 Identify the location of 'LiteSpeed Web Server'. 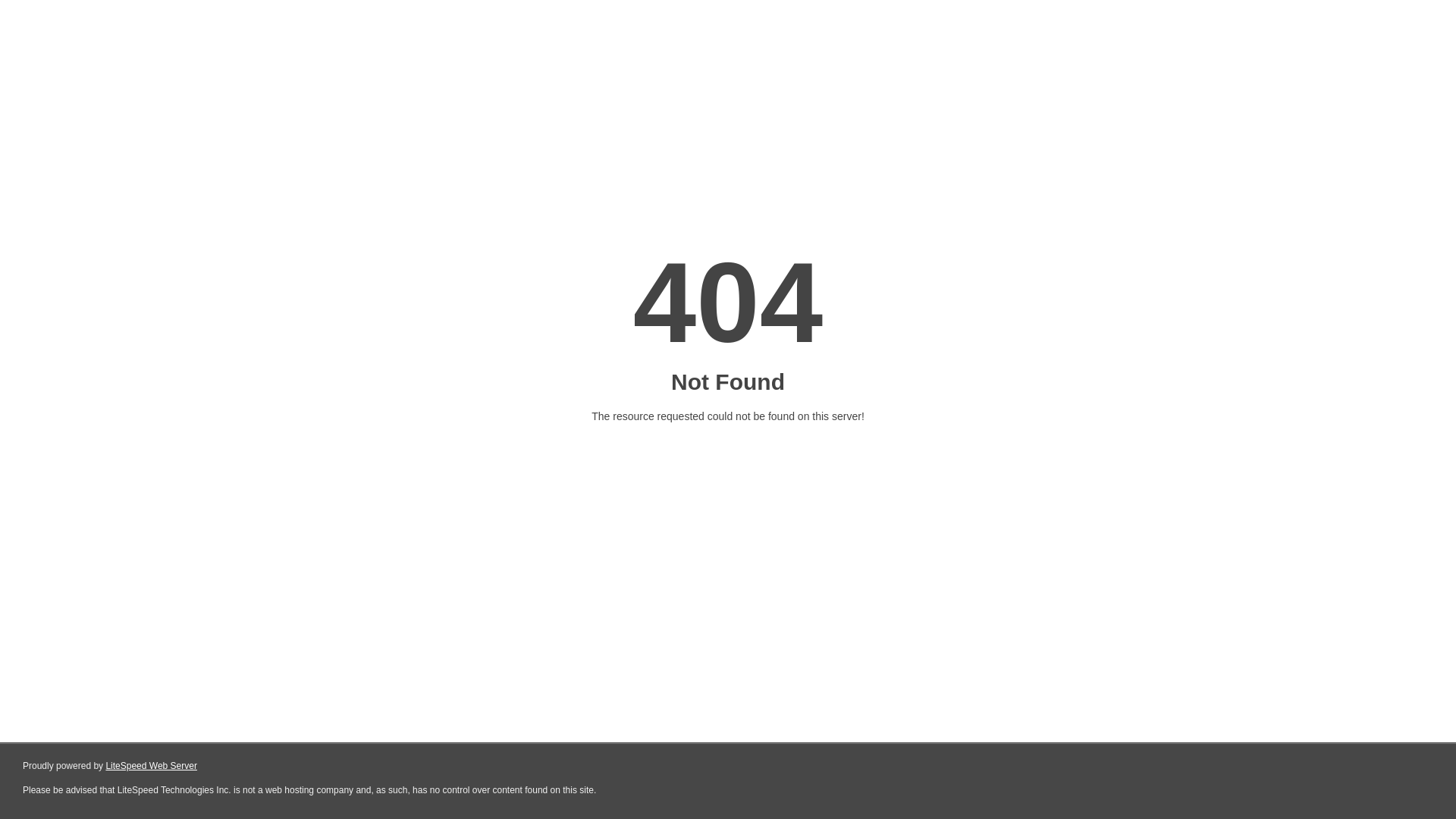
(151, 766).